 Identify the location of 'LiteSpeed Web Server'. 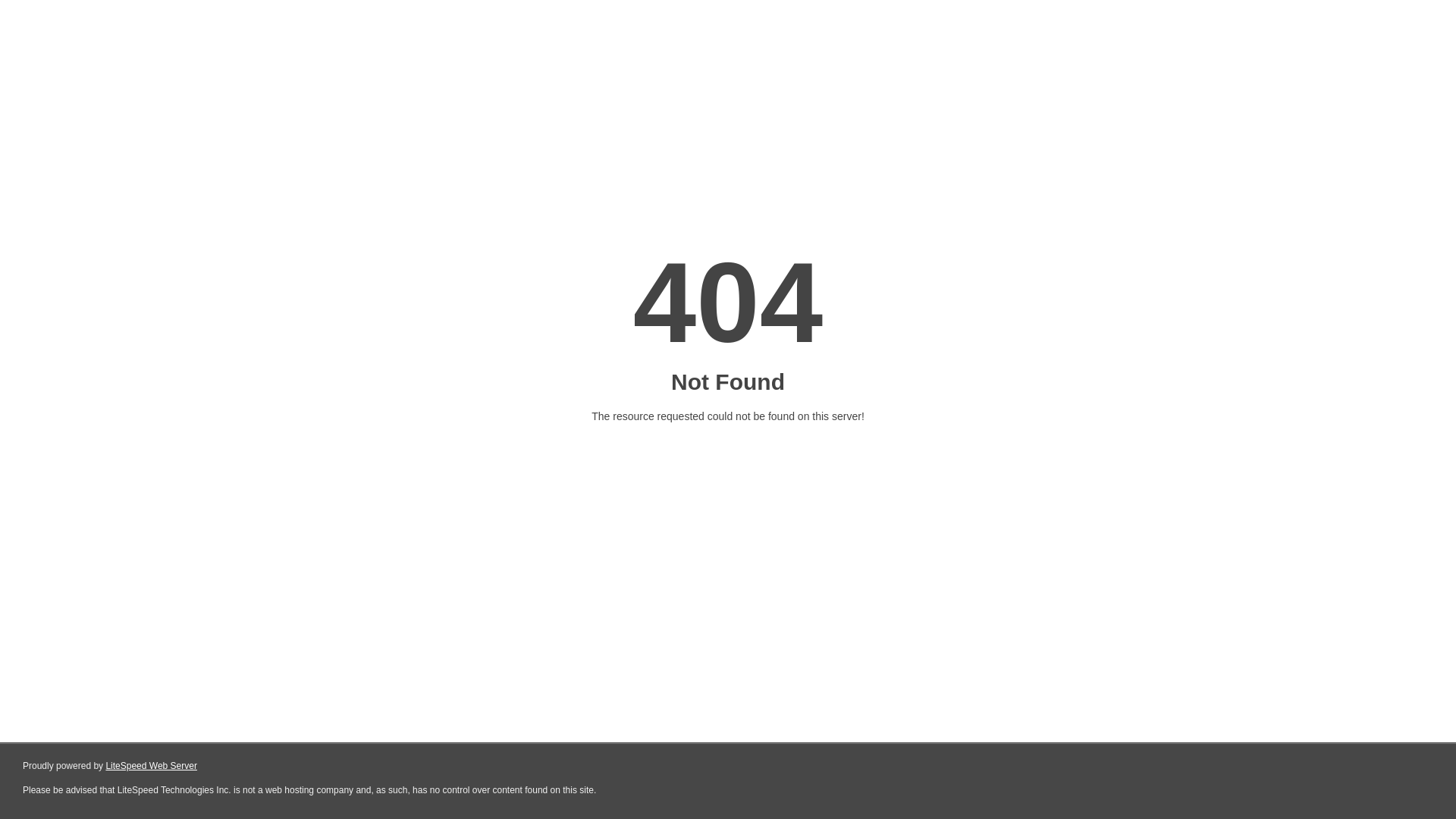
(151, 766).